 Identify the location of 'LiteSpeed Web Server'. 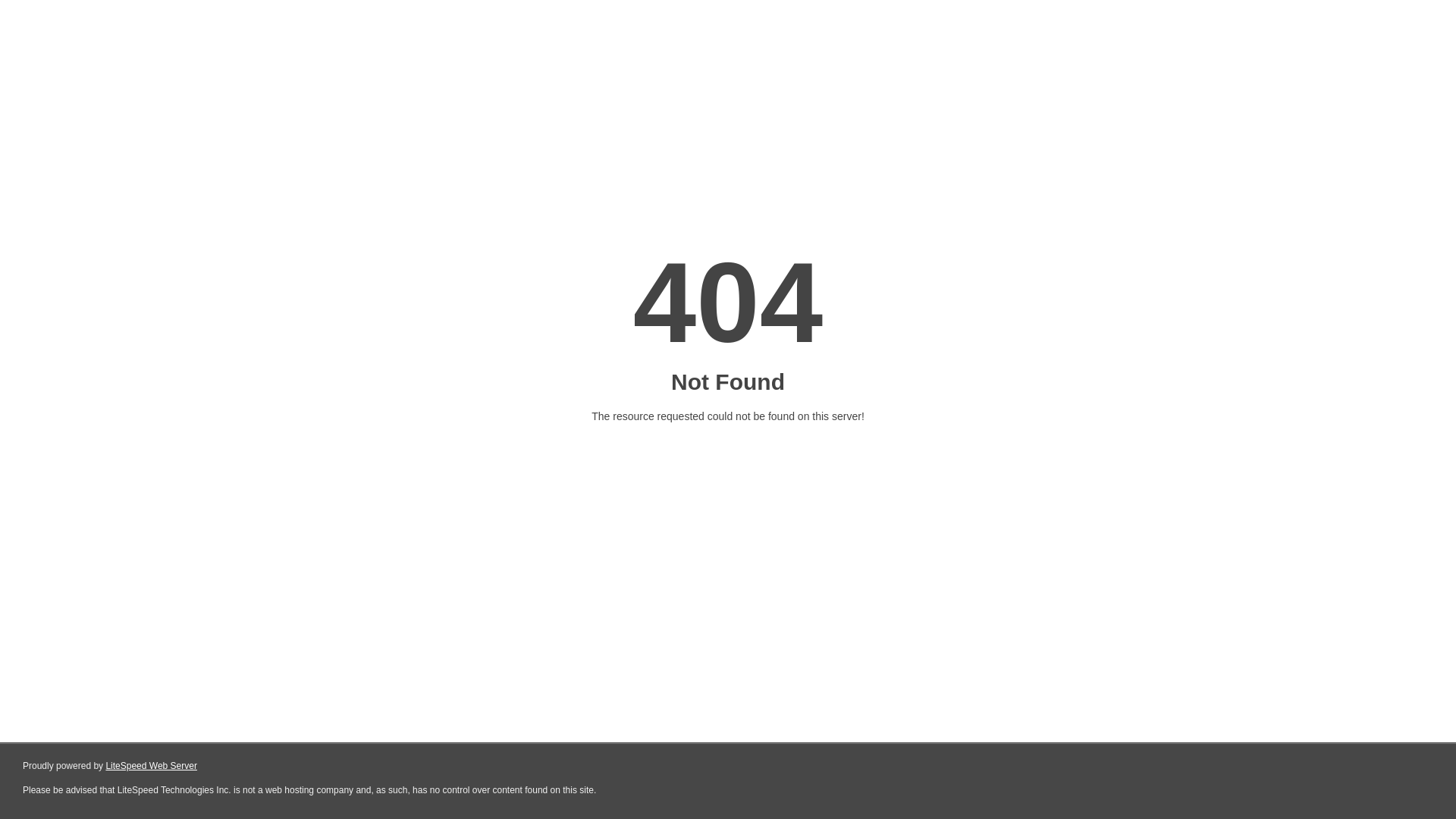
(151, 766).